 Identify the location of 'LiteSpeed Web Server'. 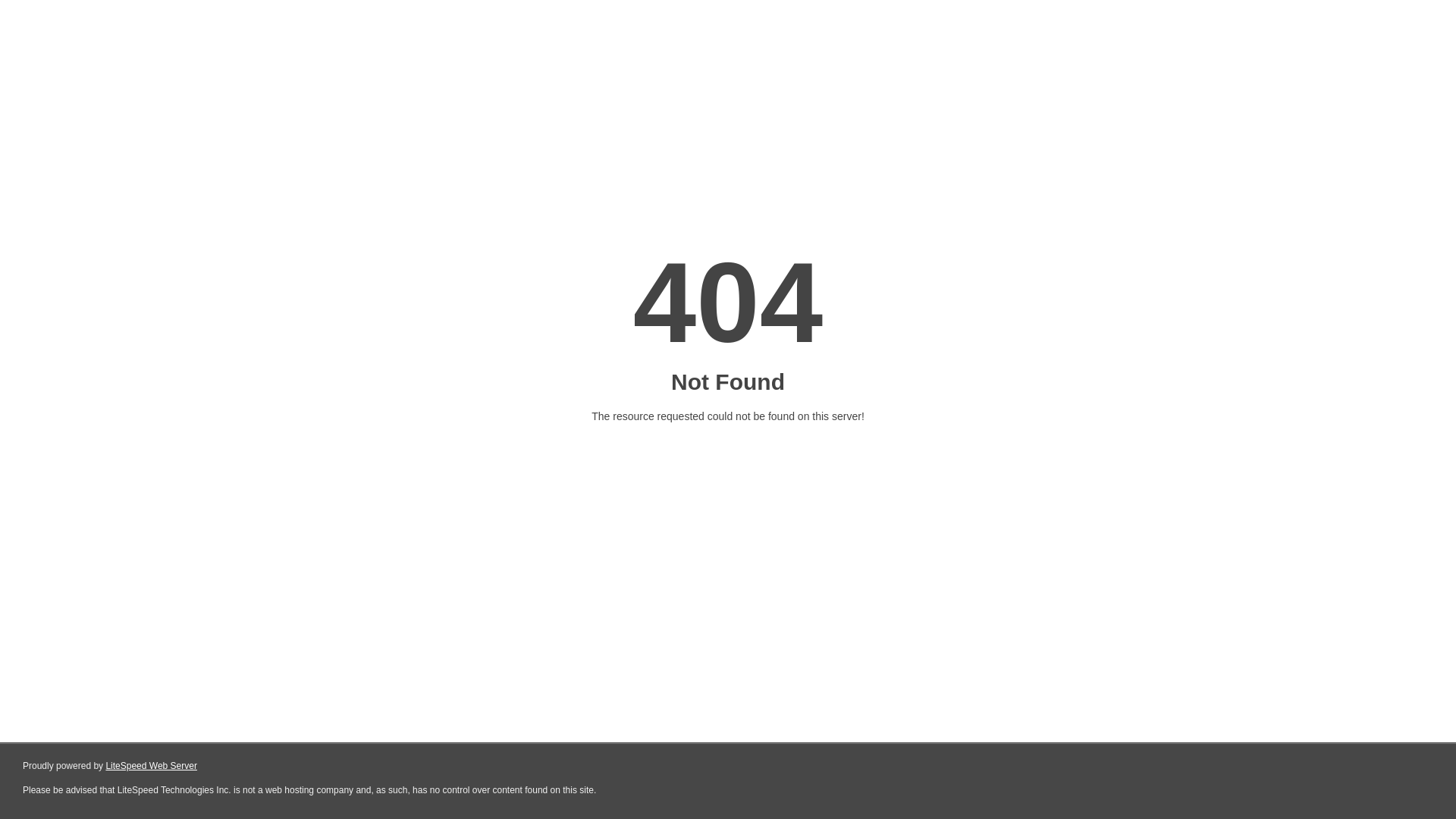
(151, 766).